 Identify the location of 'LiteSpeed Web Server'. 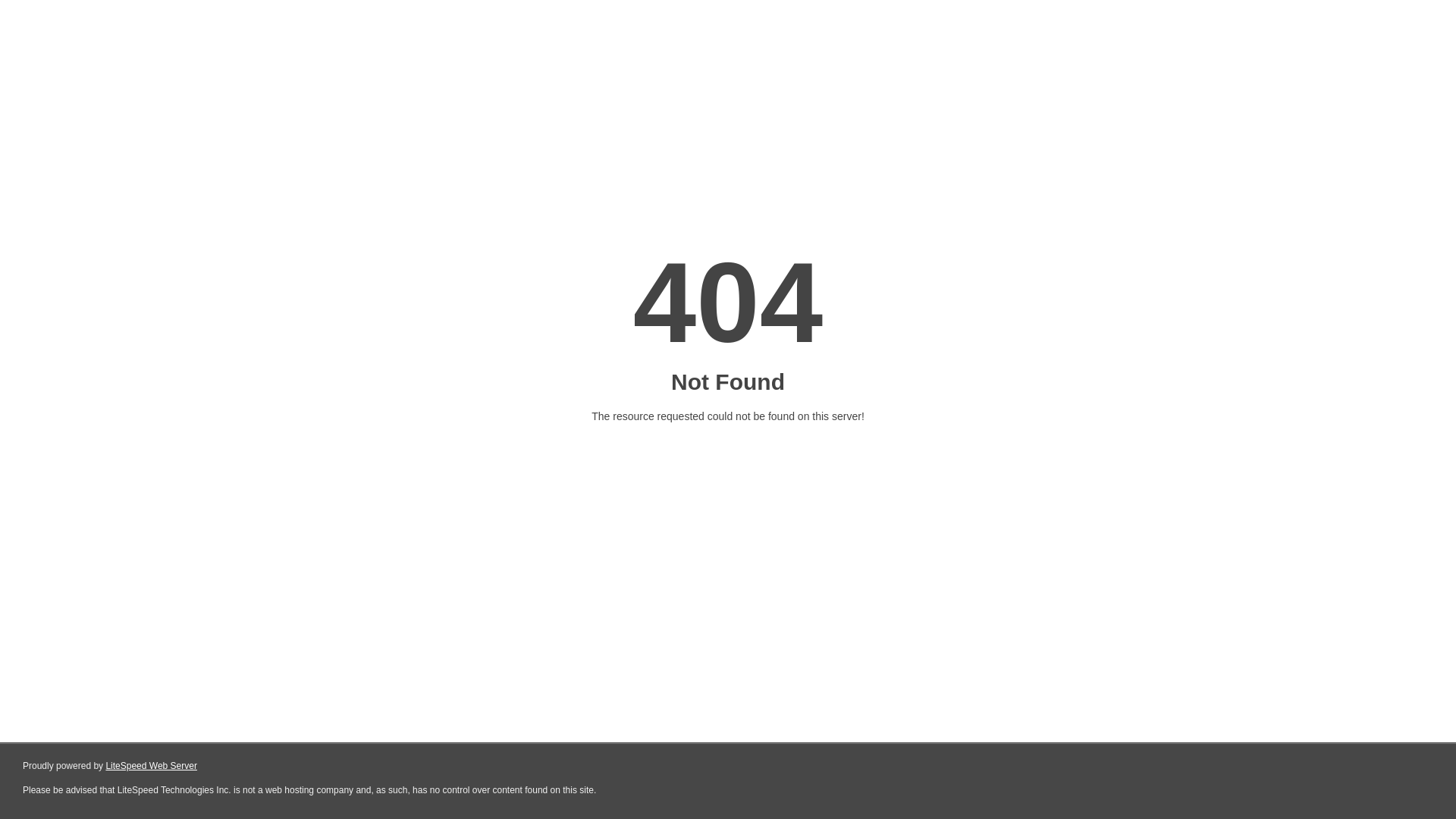
(151, 766).